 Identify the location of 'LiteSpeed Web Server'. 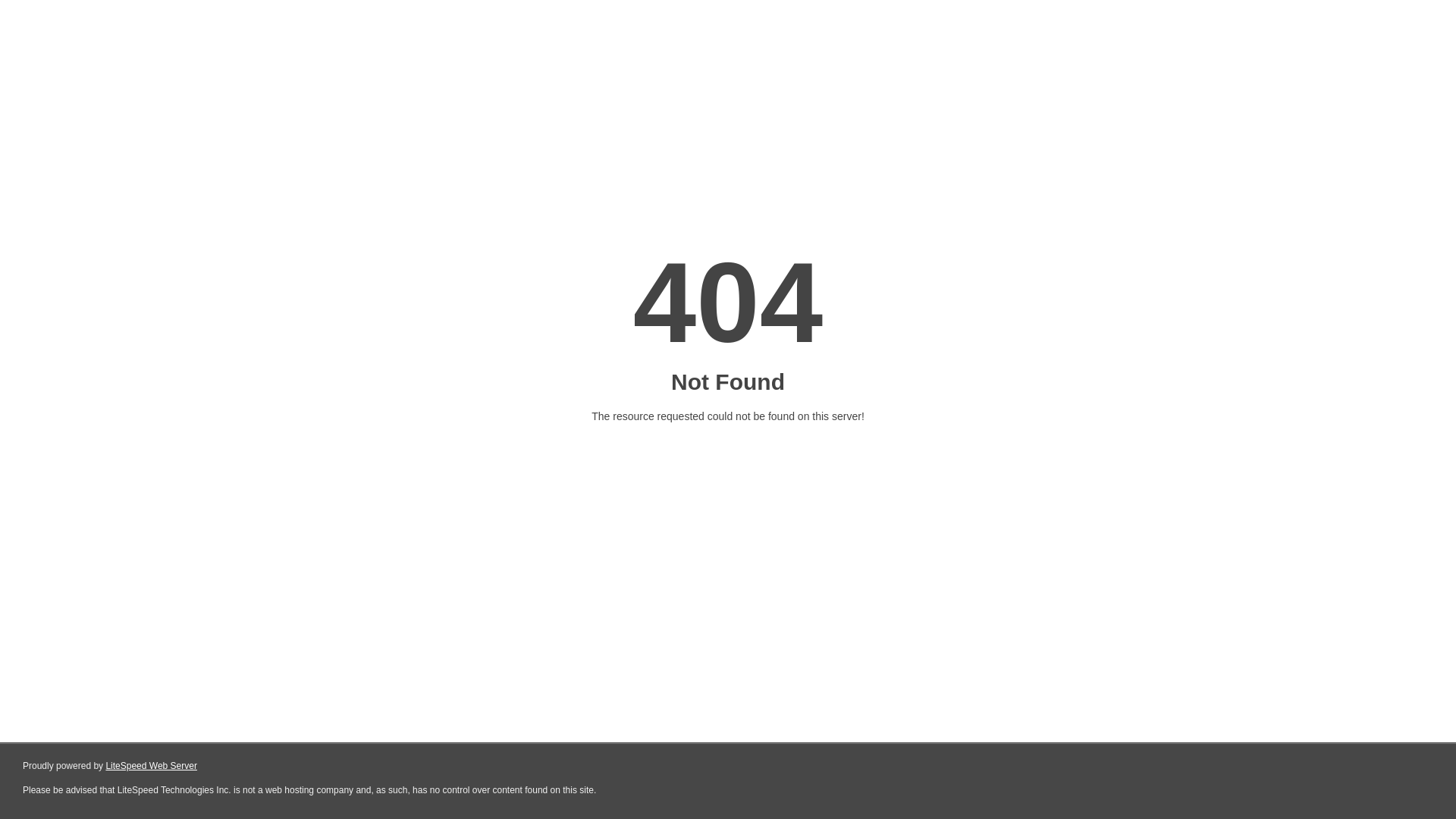
(151, 766).